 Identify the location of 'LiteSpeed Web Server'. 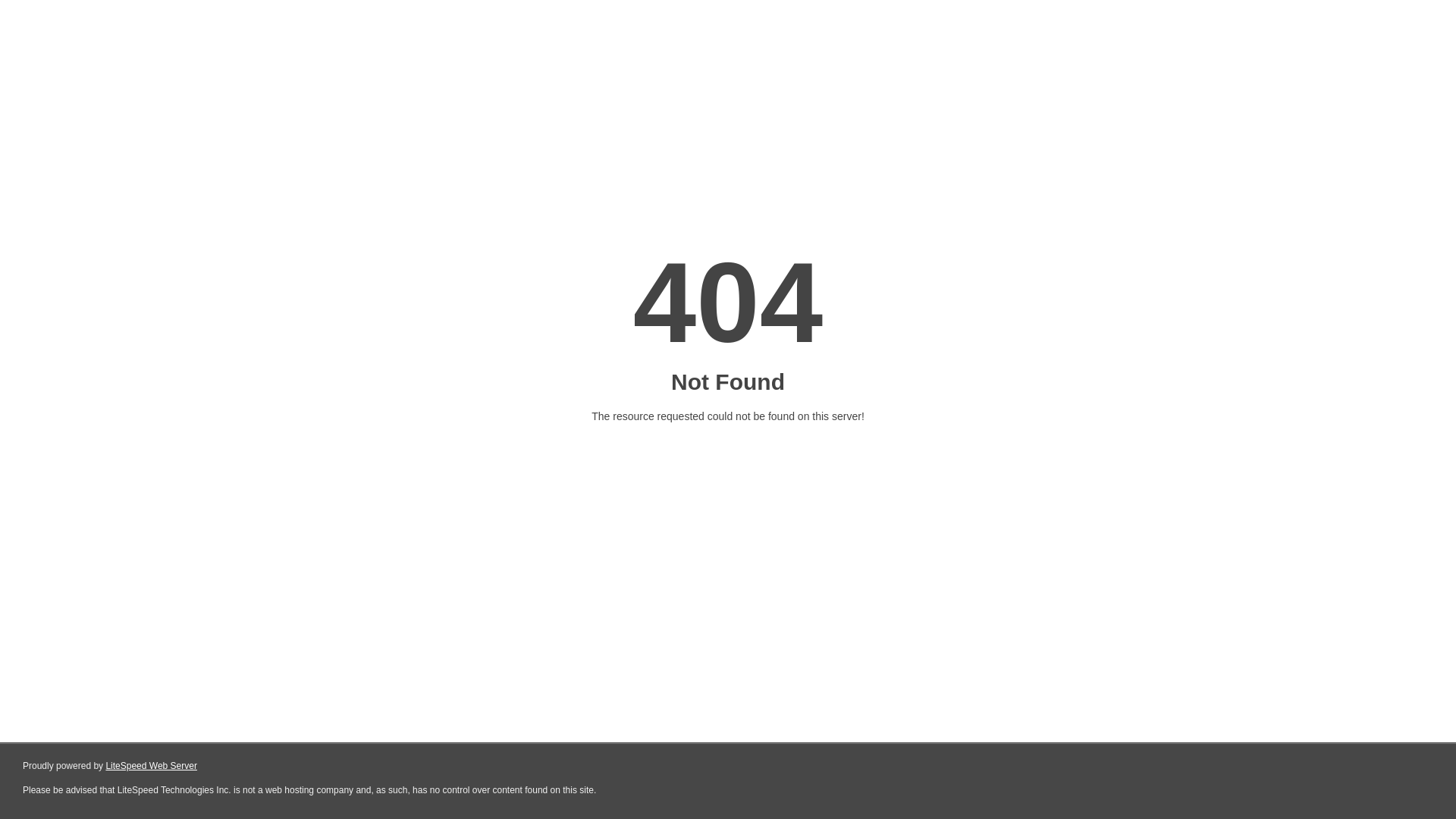
(151, 766).